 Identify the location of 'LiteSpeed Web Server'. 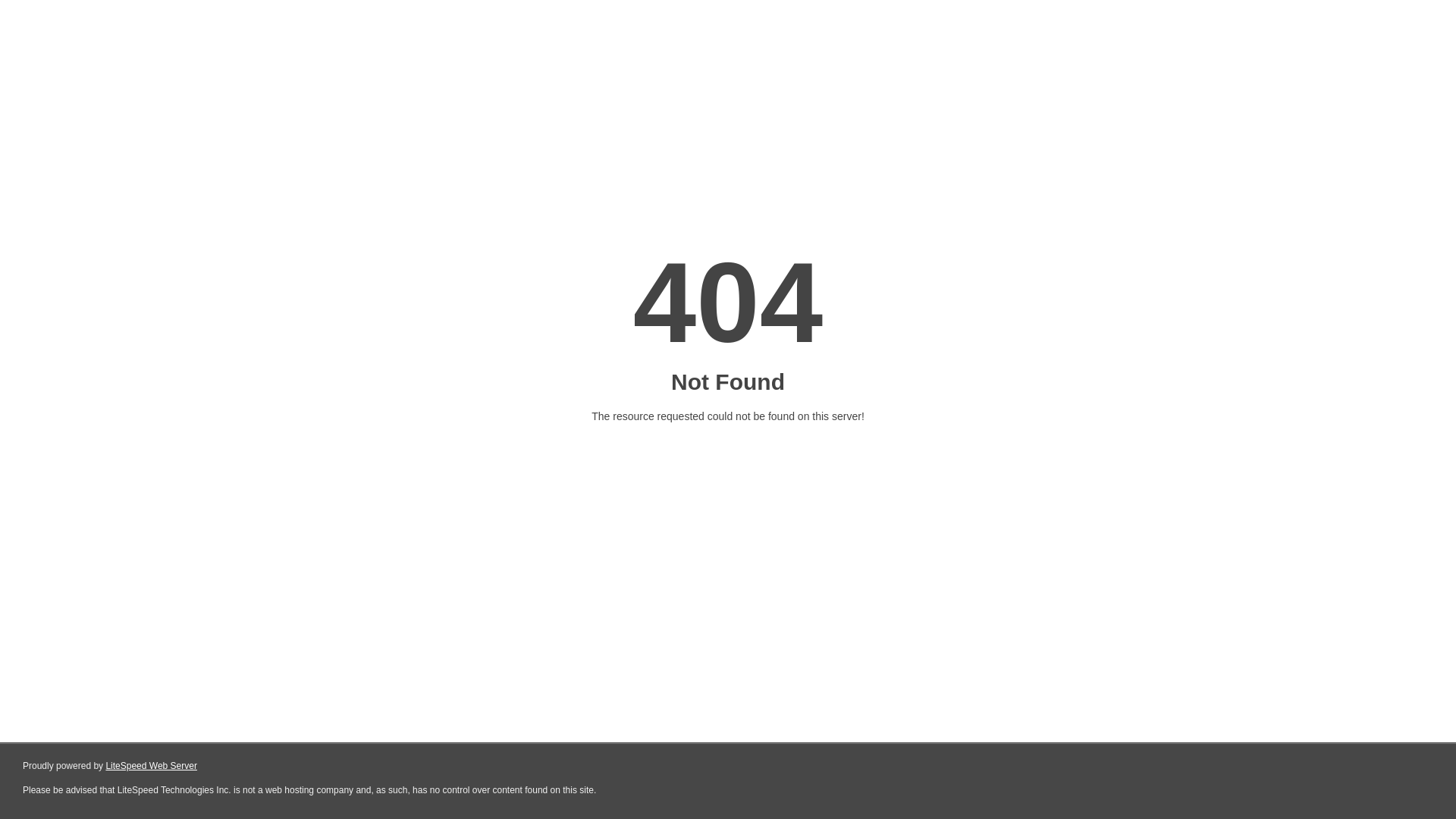
(151, 766).